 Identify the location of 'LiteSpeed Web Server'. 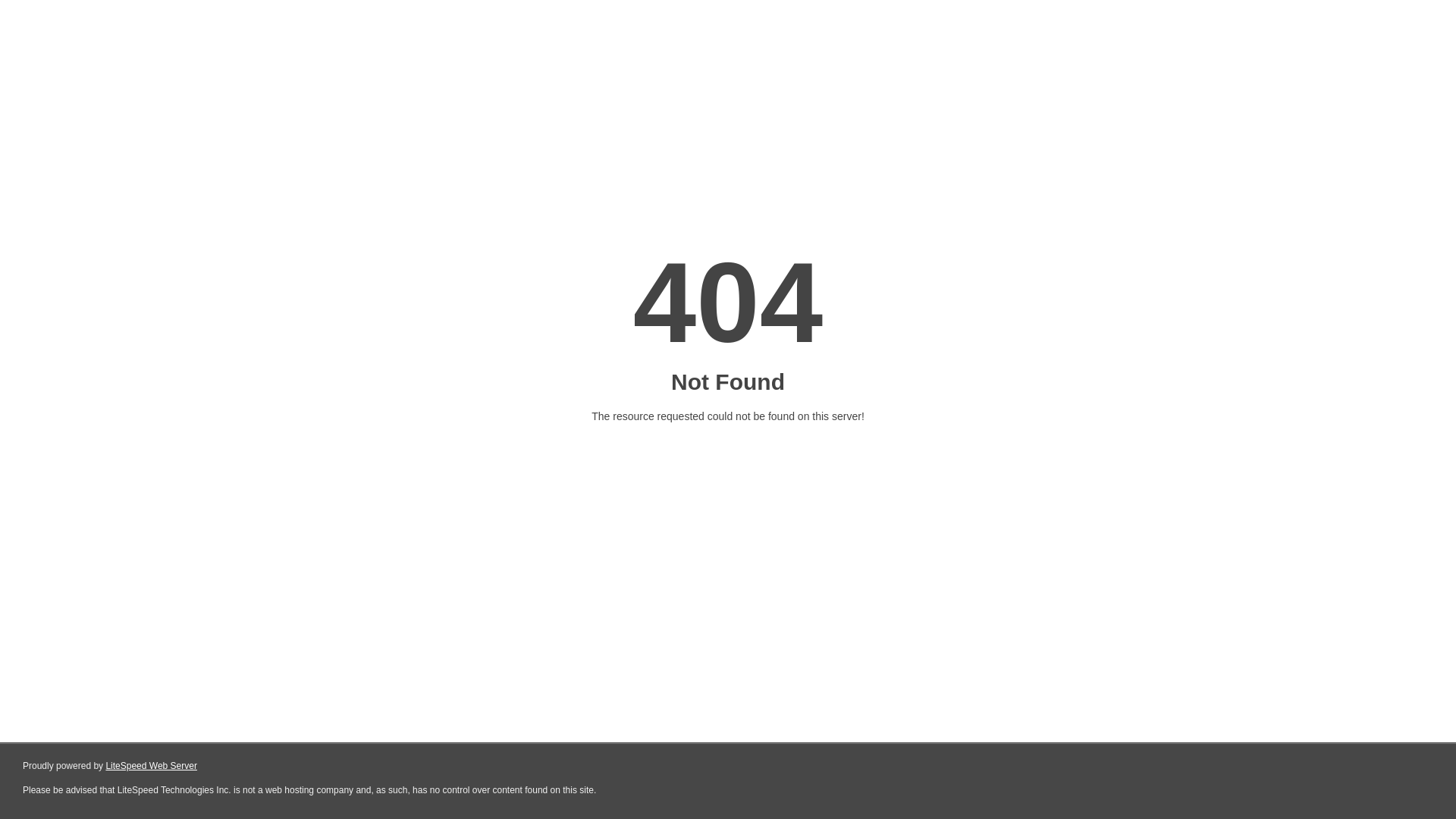
(151, 766).